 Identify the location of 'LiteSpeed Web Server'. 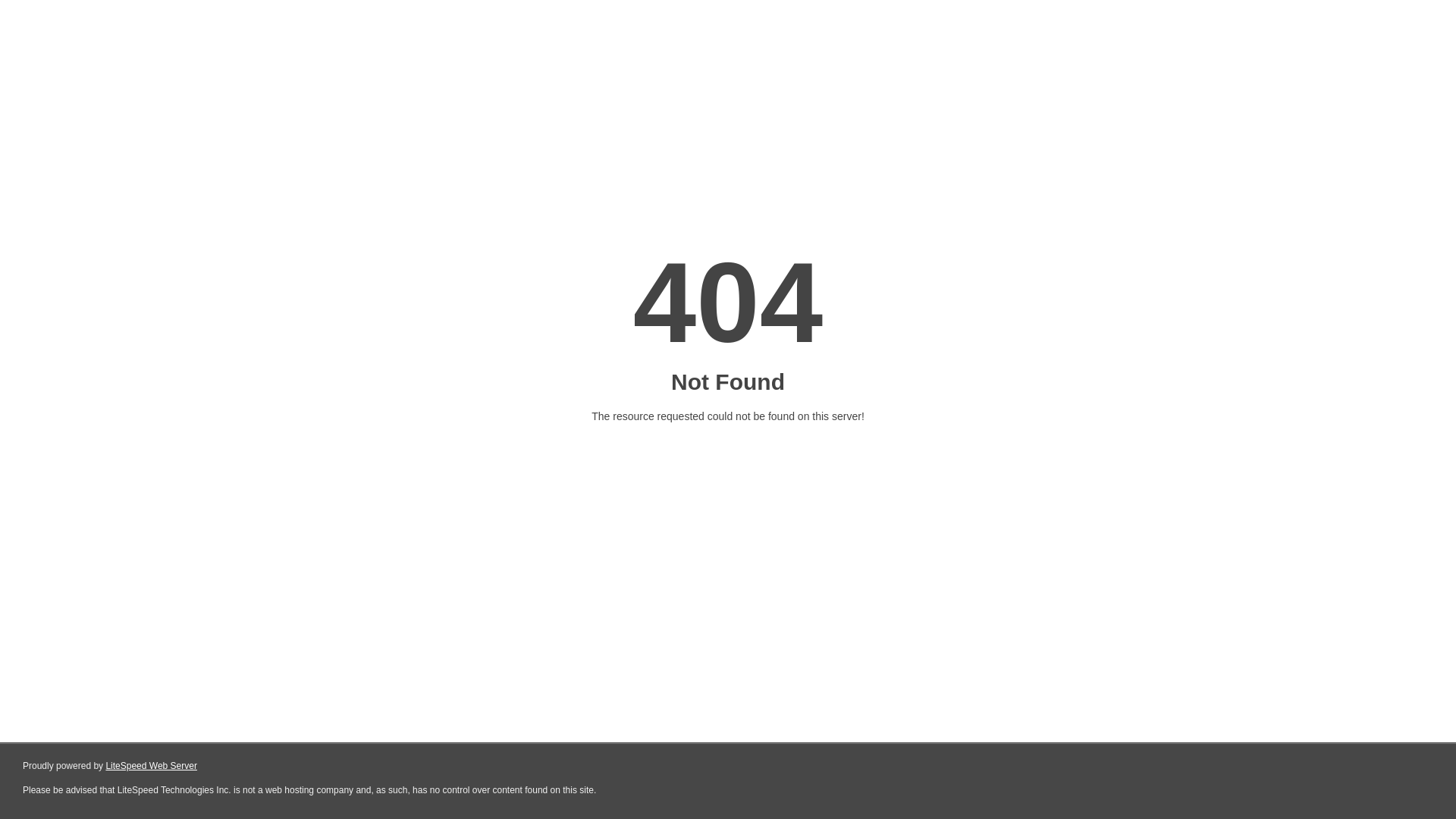
(151, 766).